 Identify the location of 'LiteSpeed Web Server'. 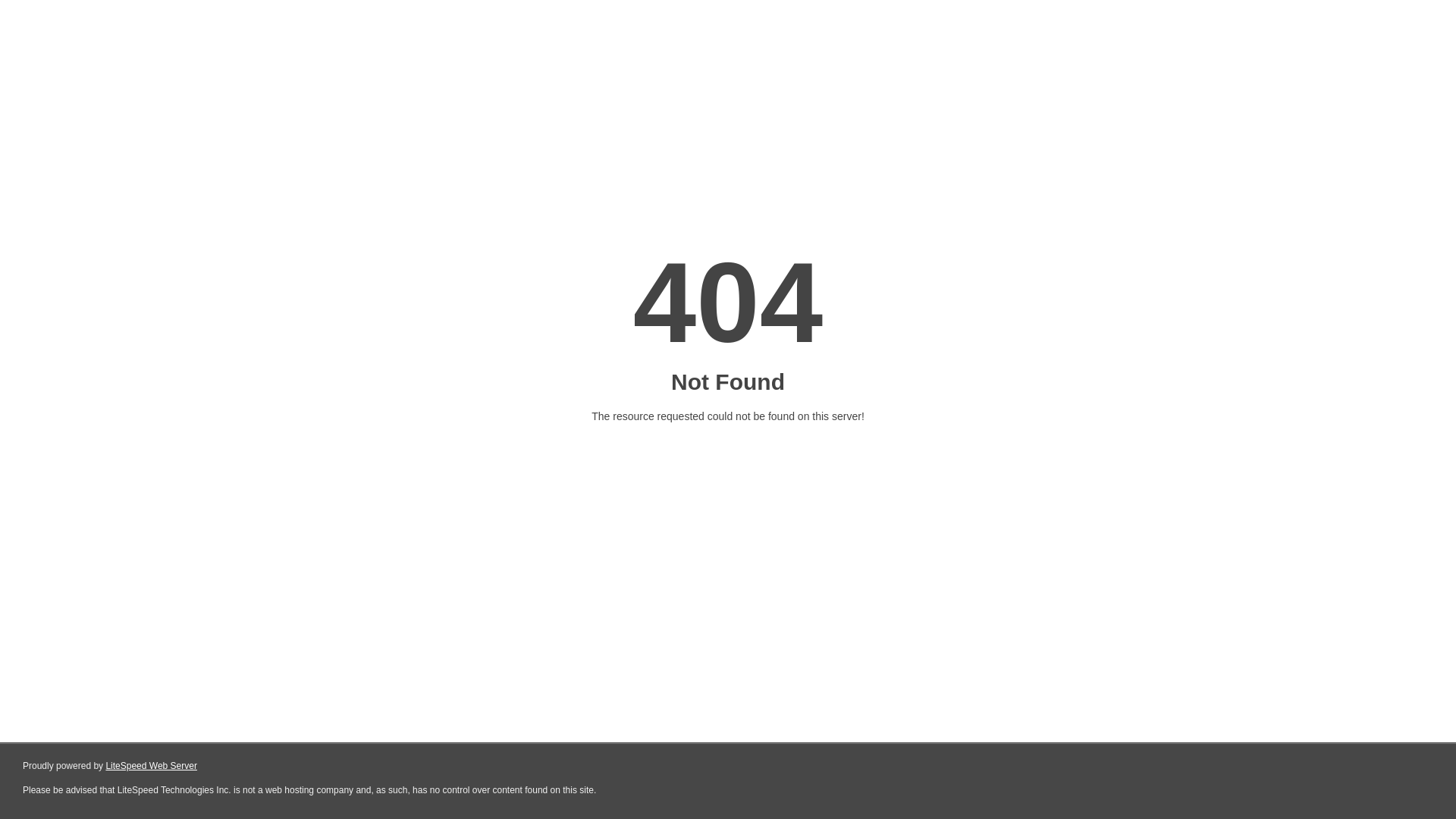
(151, 766).